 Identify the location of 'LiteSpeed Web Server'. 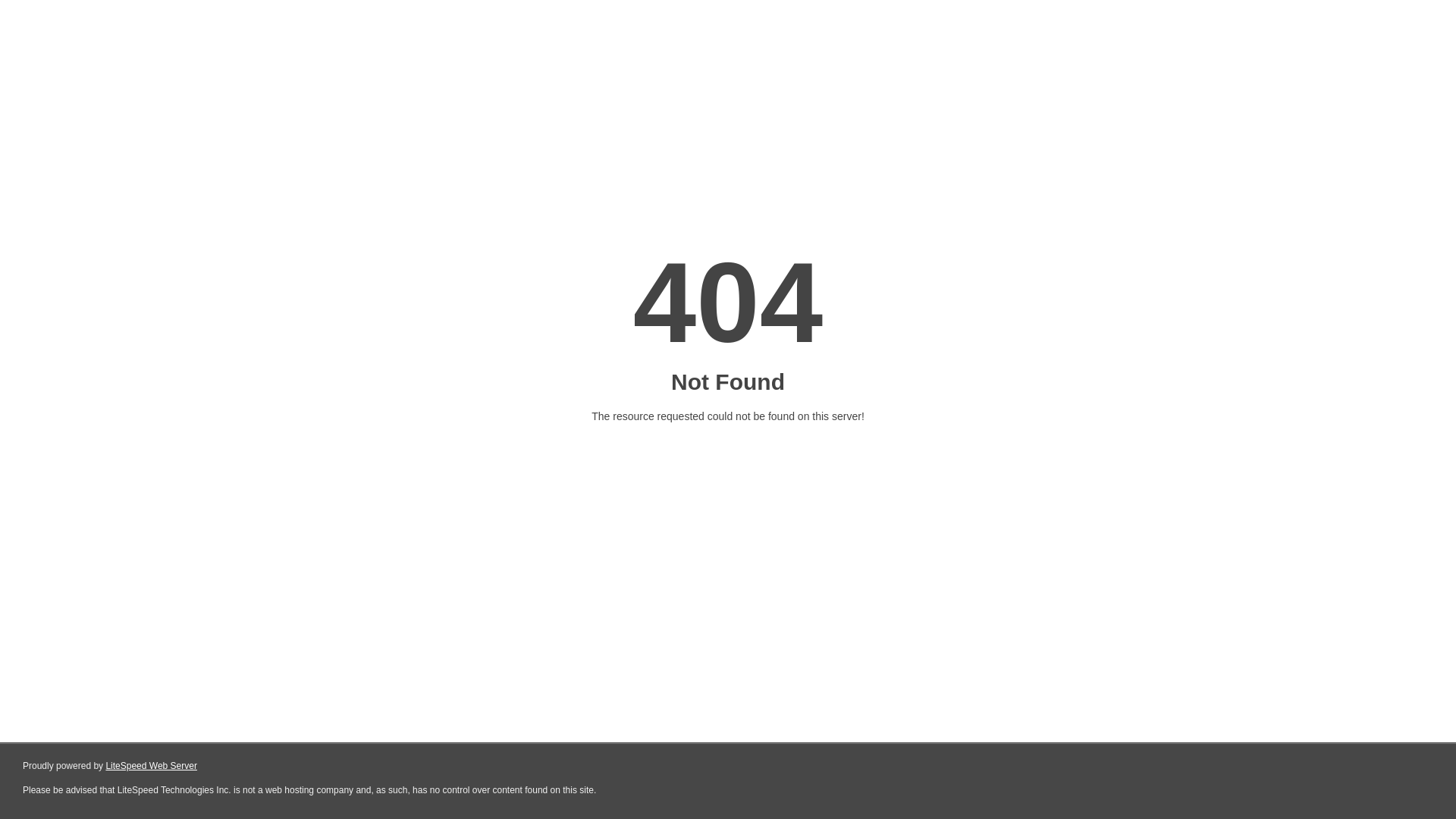
(151, 766).